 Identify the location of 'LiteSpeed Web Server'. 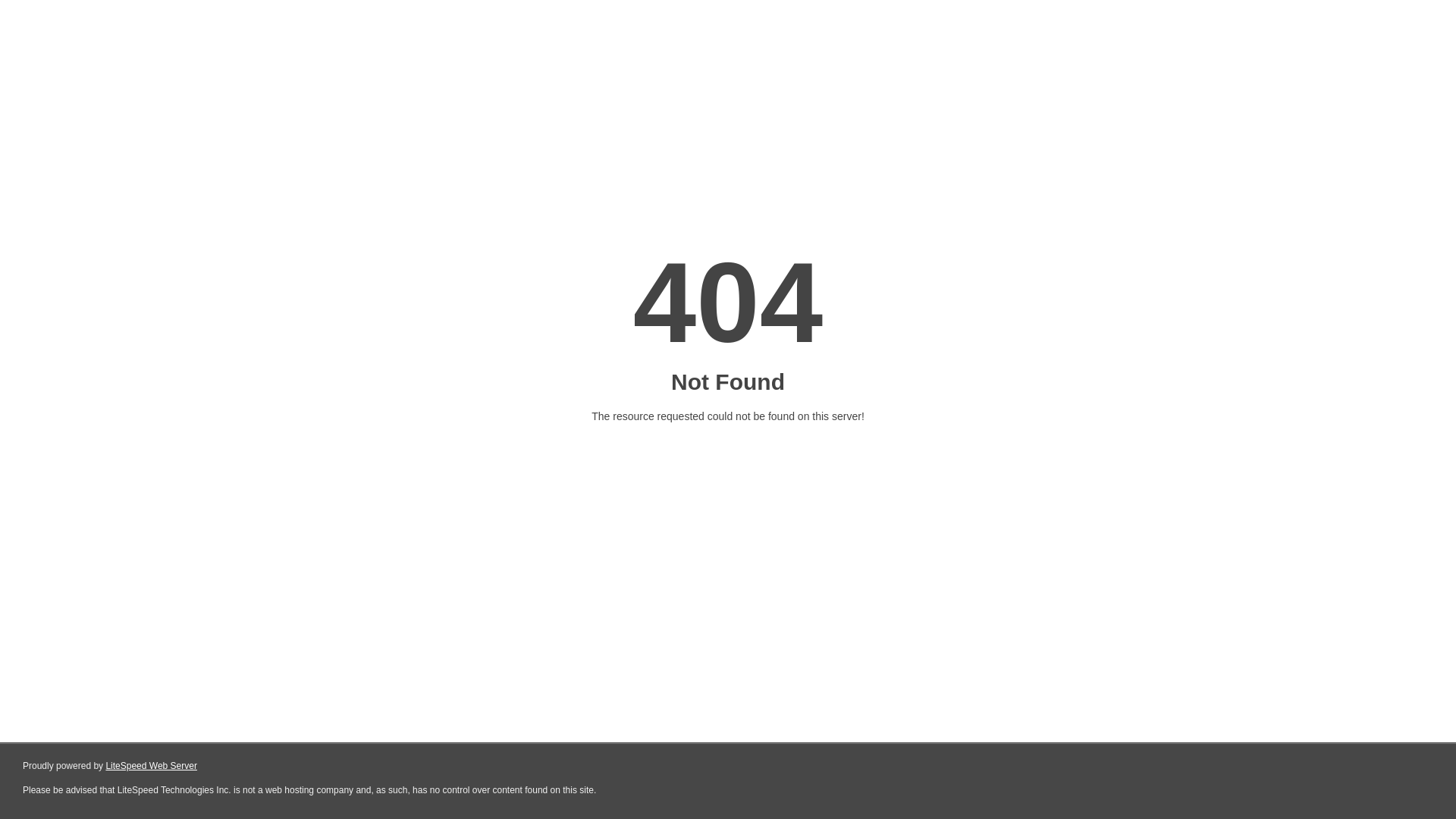
(151, 766).